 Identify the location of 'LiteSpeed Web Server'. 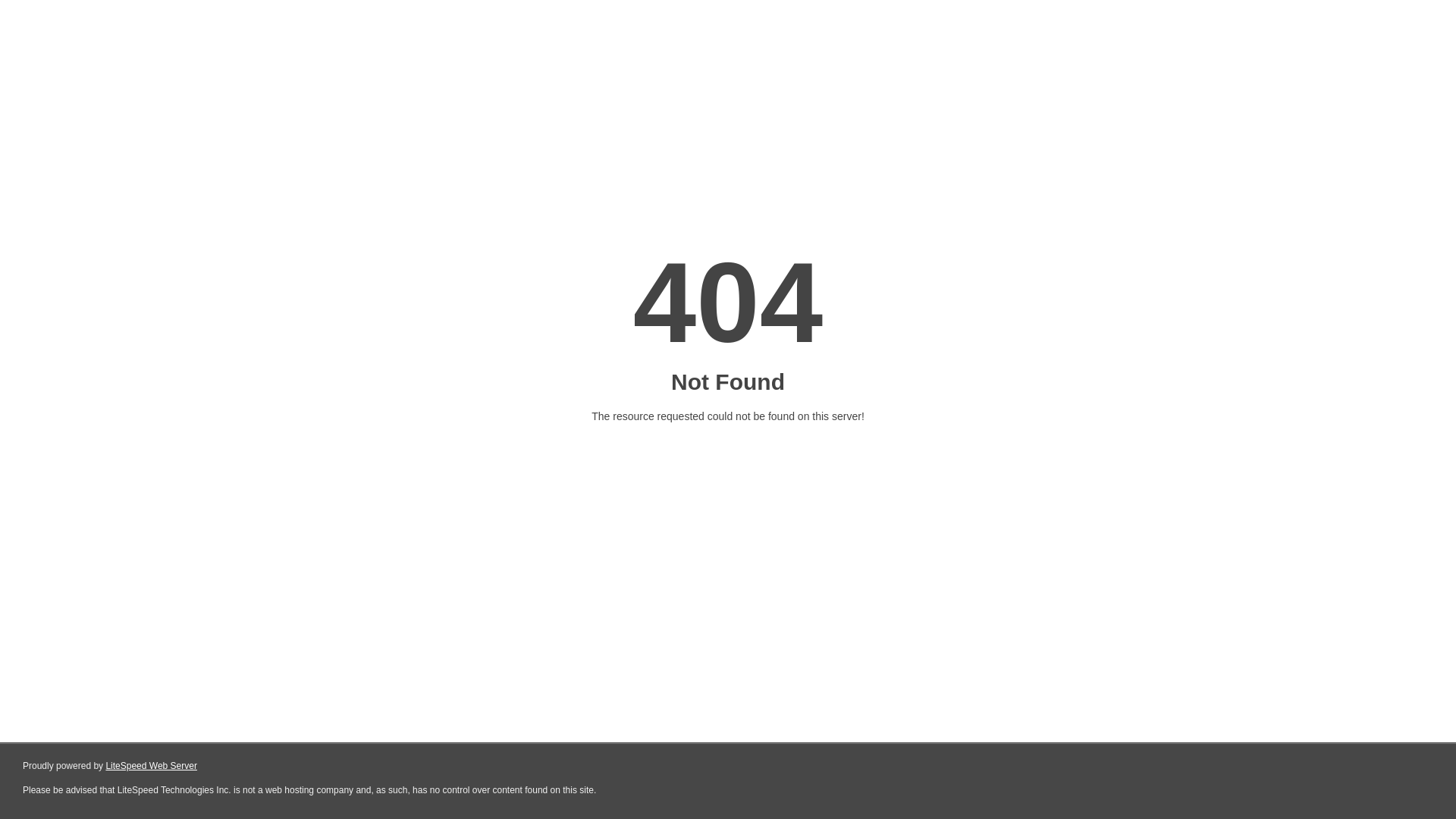
(151, 766).